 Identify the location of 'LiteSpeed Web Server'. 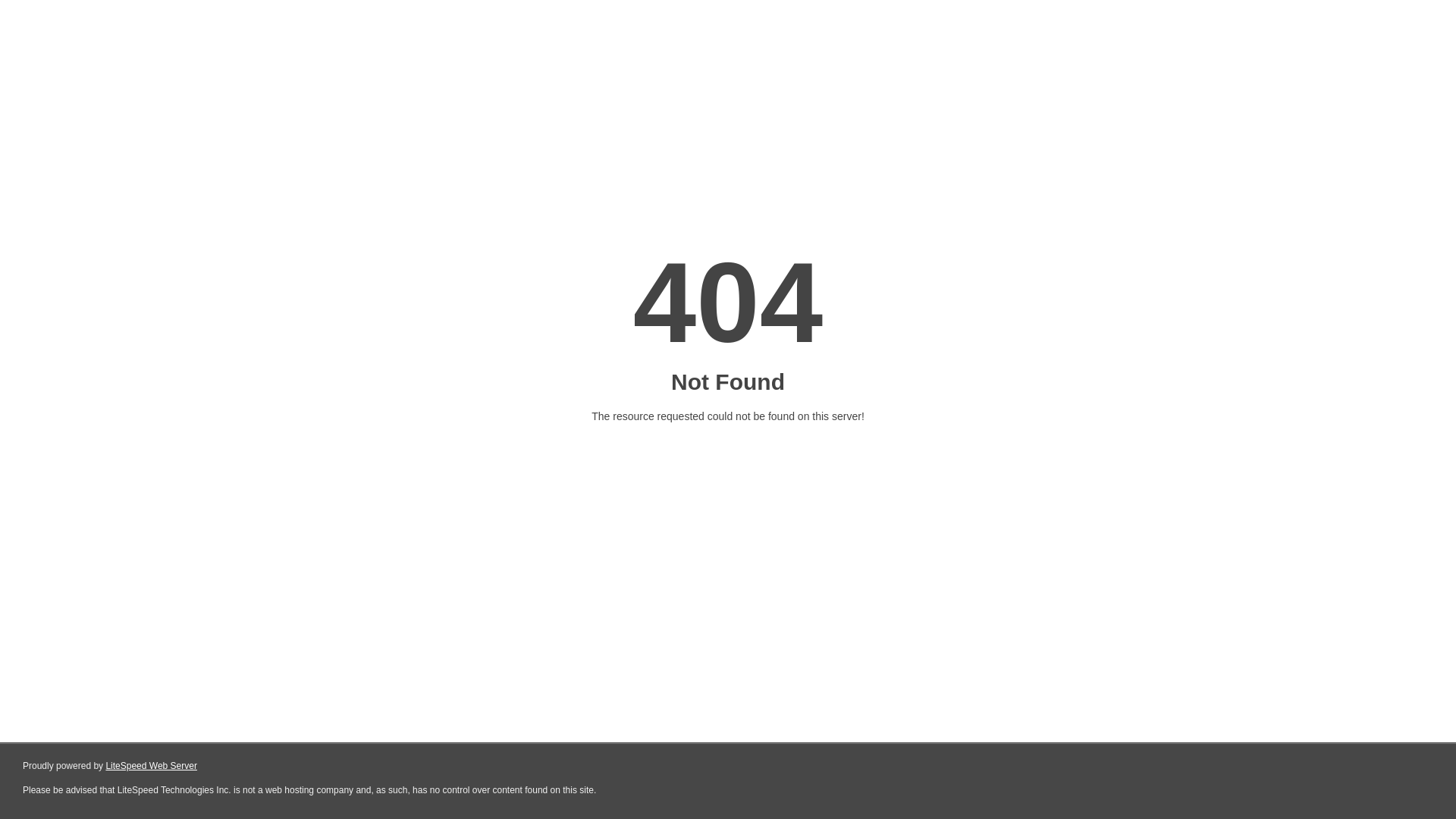
(151, 766).